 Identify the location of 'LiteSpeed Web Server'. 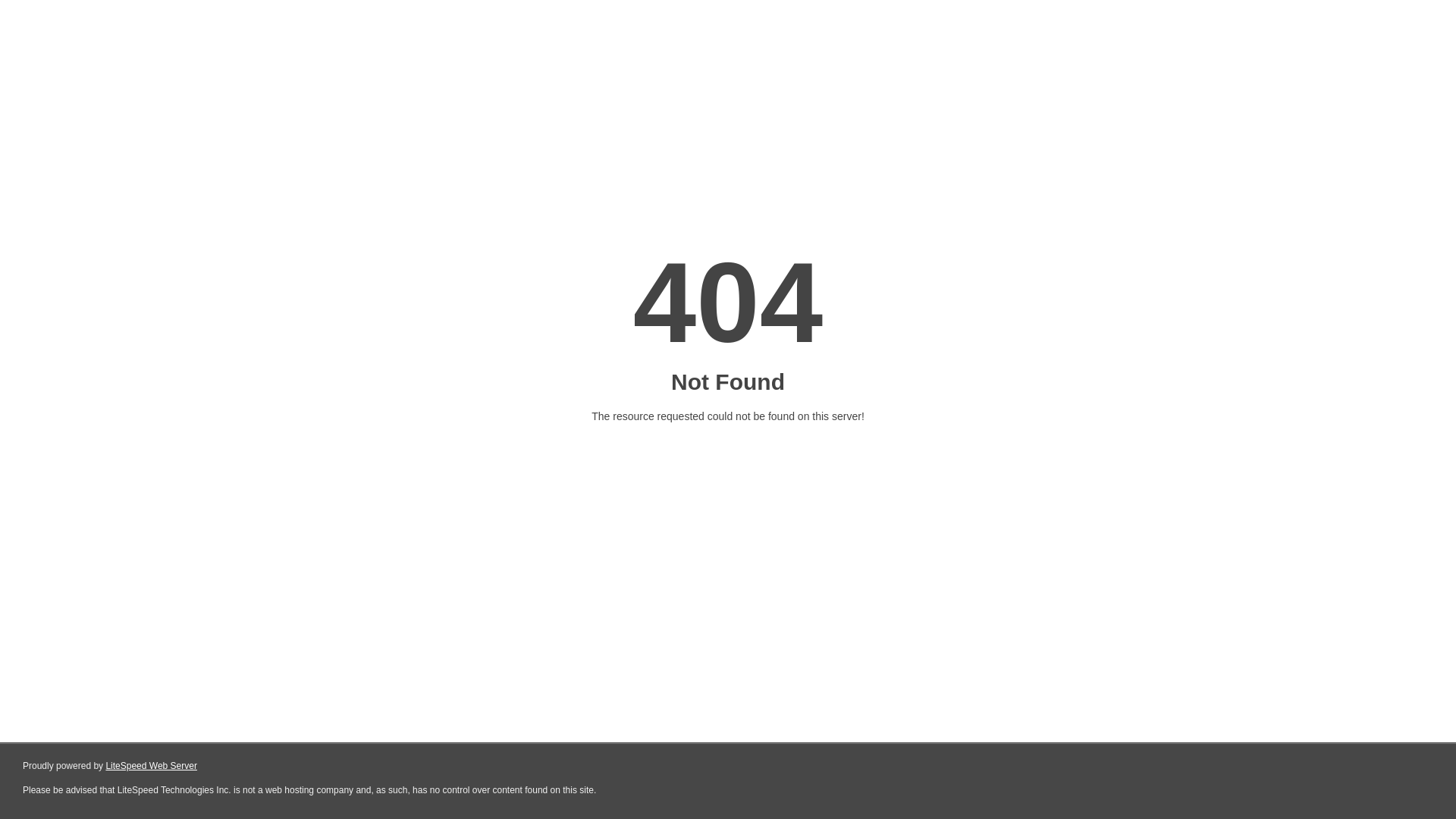
(151, 766).